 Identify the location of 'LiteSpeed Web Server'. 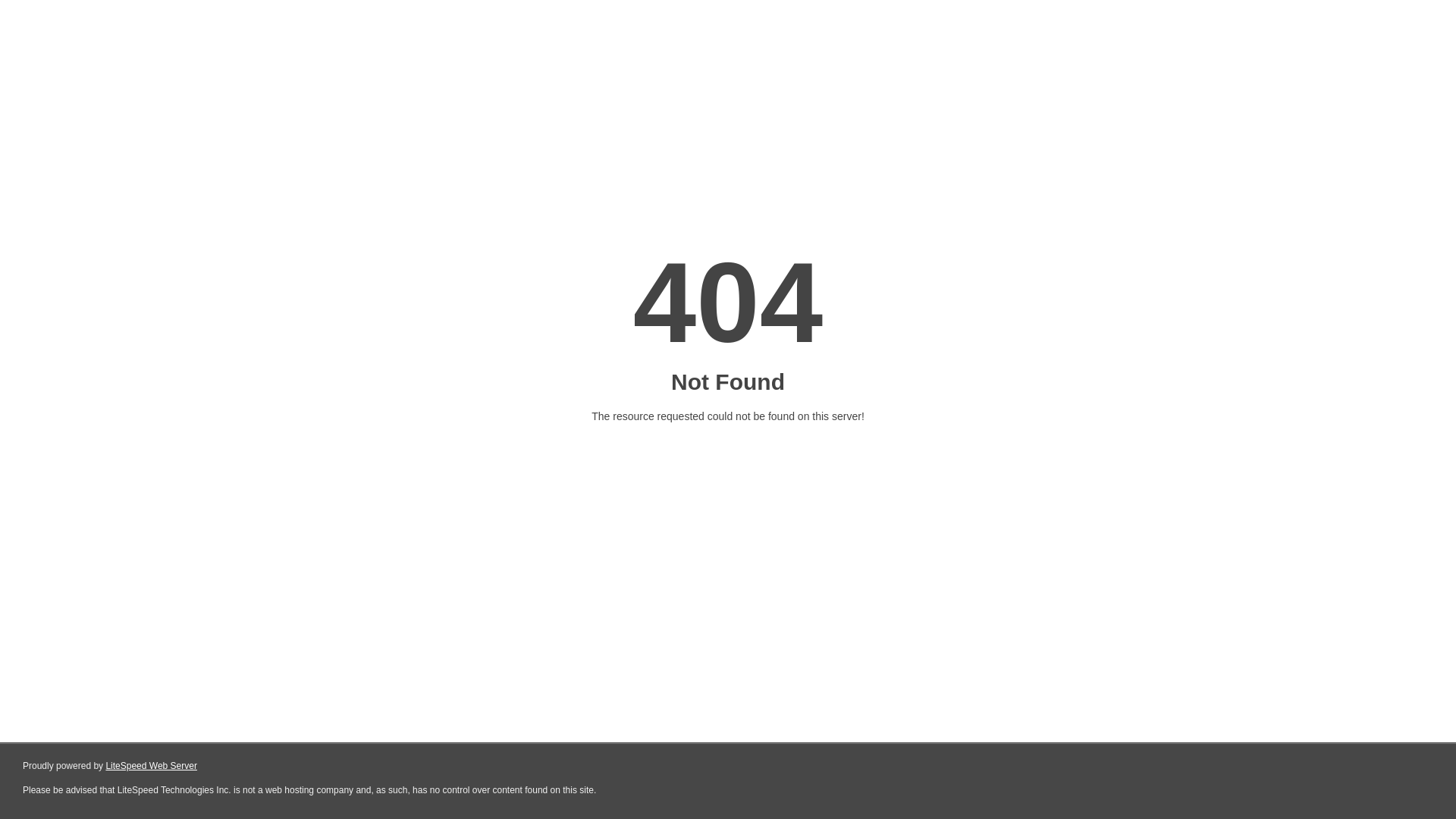
(151, 766).